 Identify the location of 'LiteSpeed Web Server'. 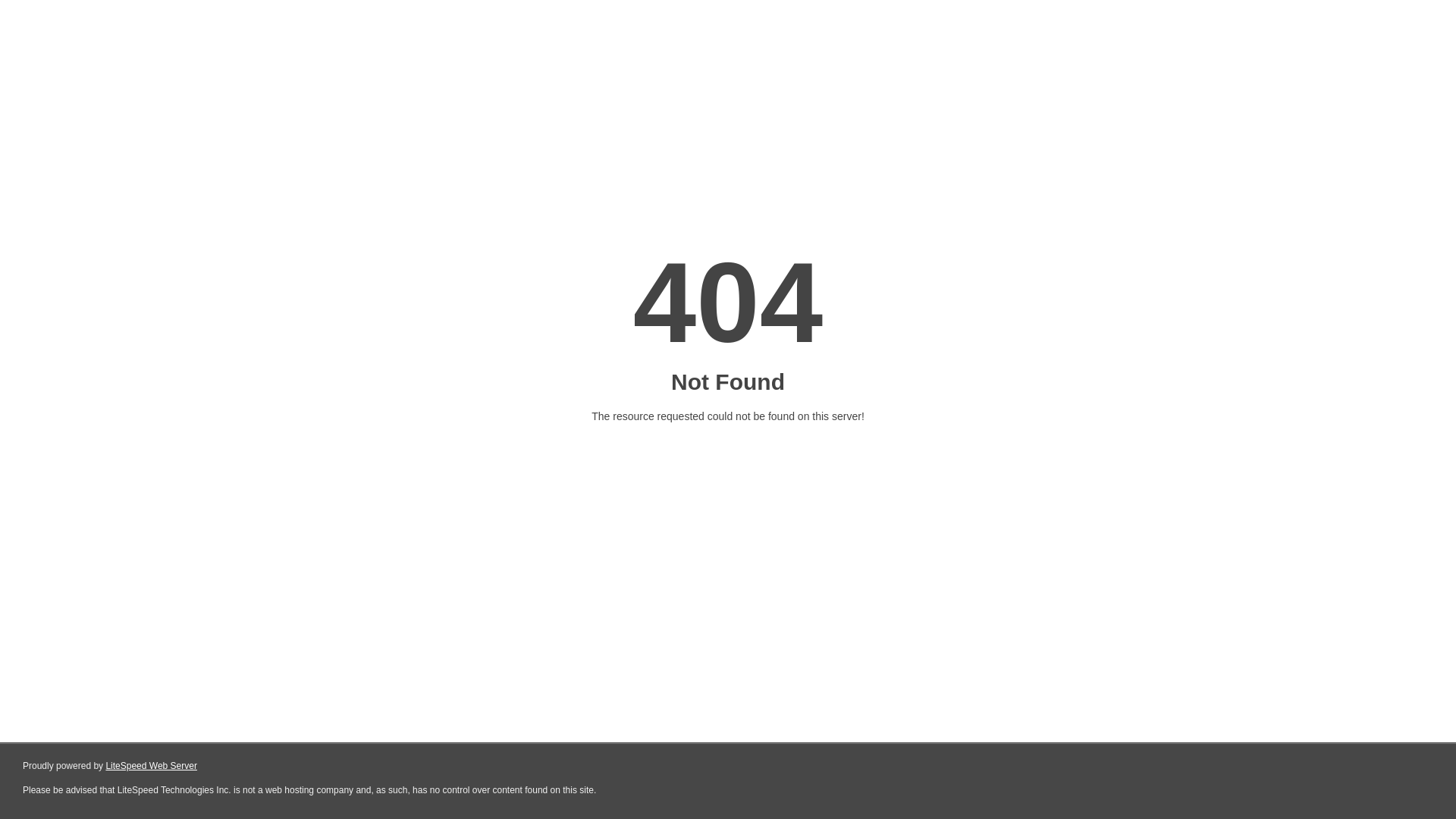
(151, 766).